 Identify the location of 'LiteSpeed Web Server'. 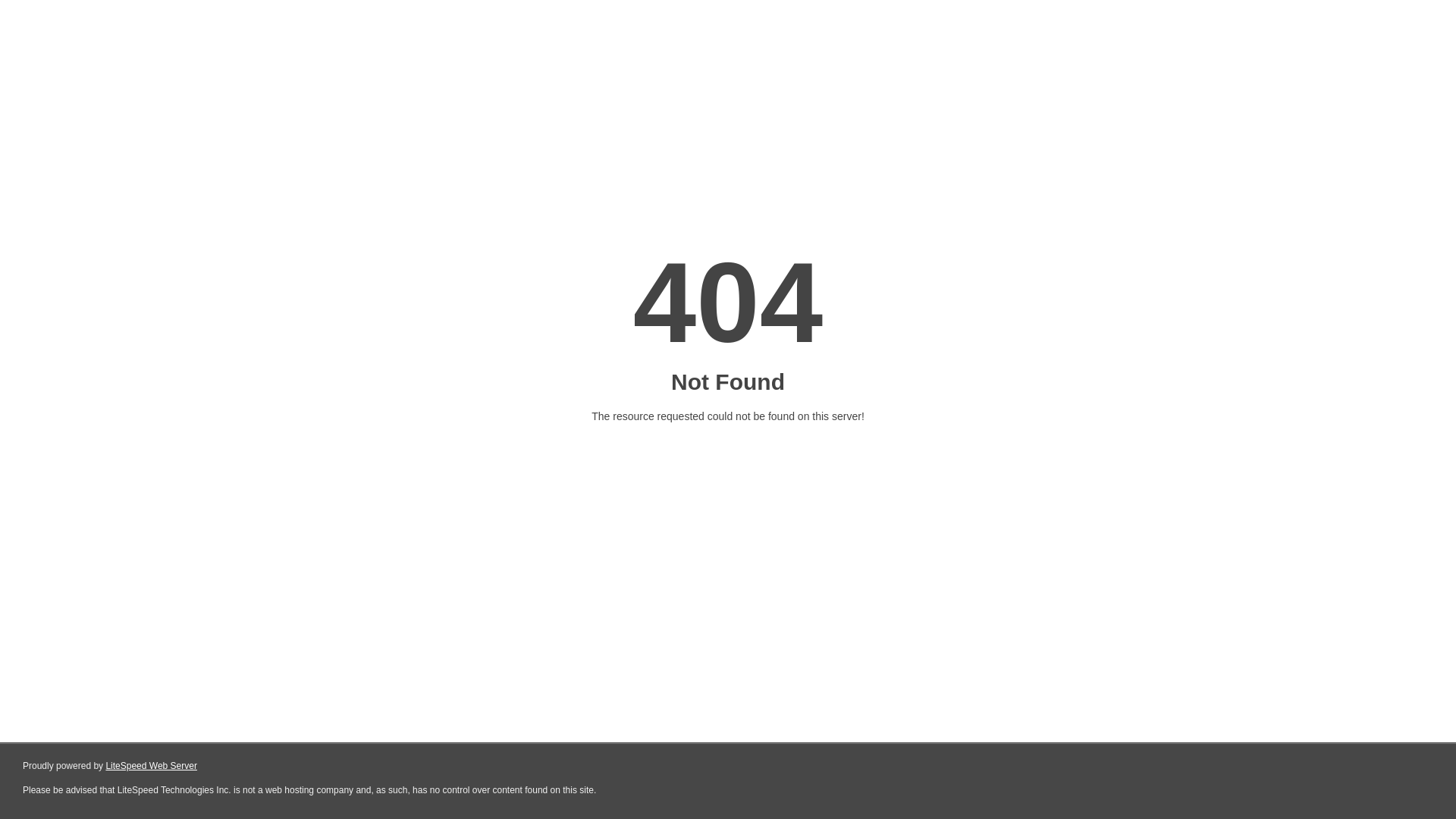
(151, 766).